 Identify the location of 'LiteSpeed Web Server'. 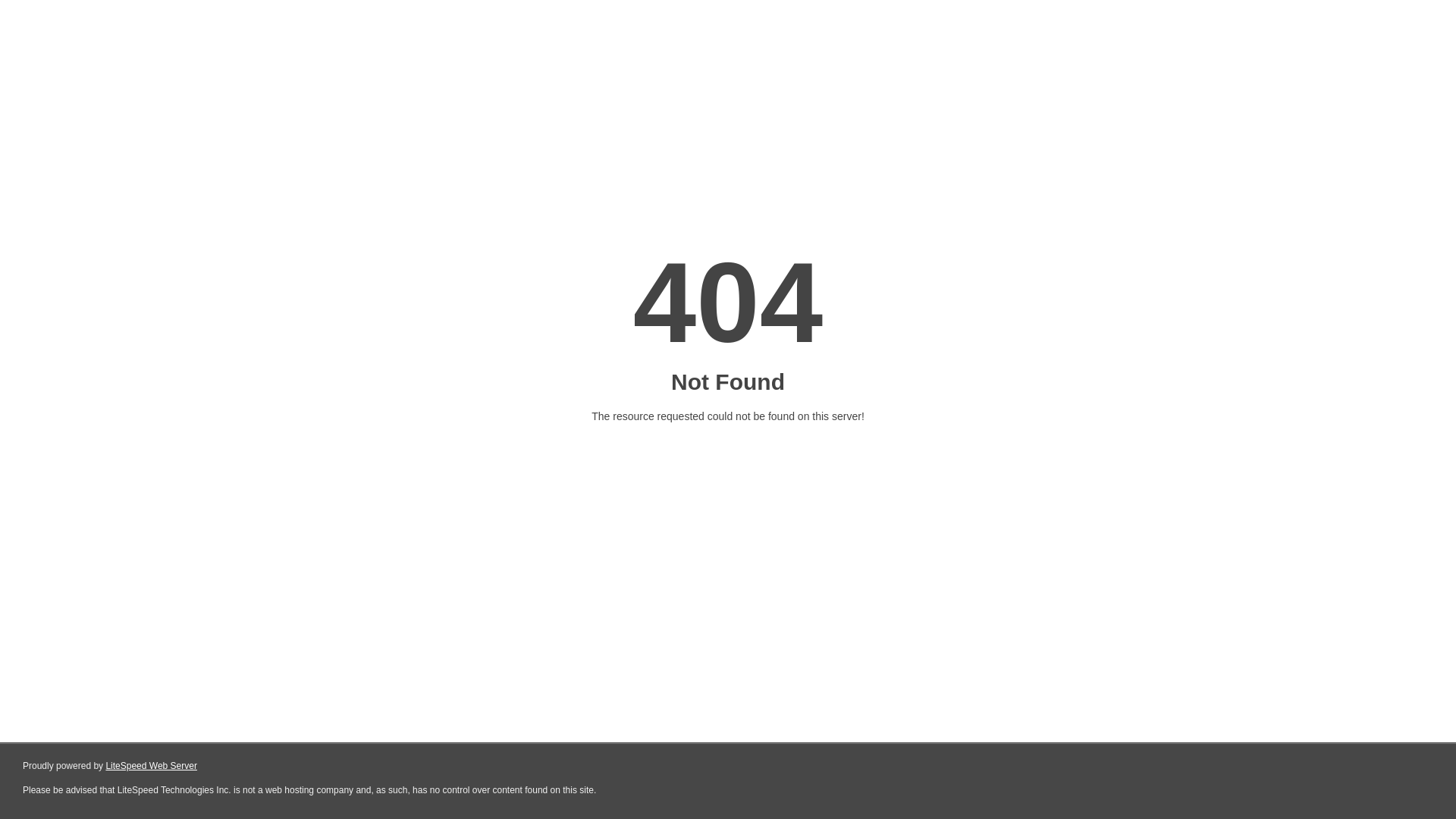
(151, 766).